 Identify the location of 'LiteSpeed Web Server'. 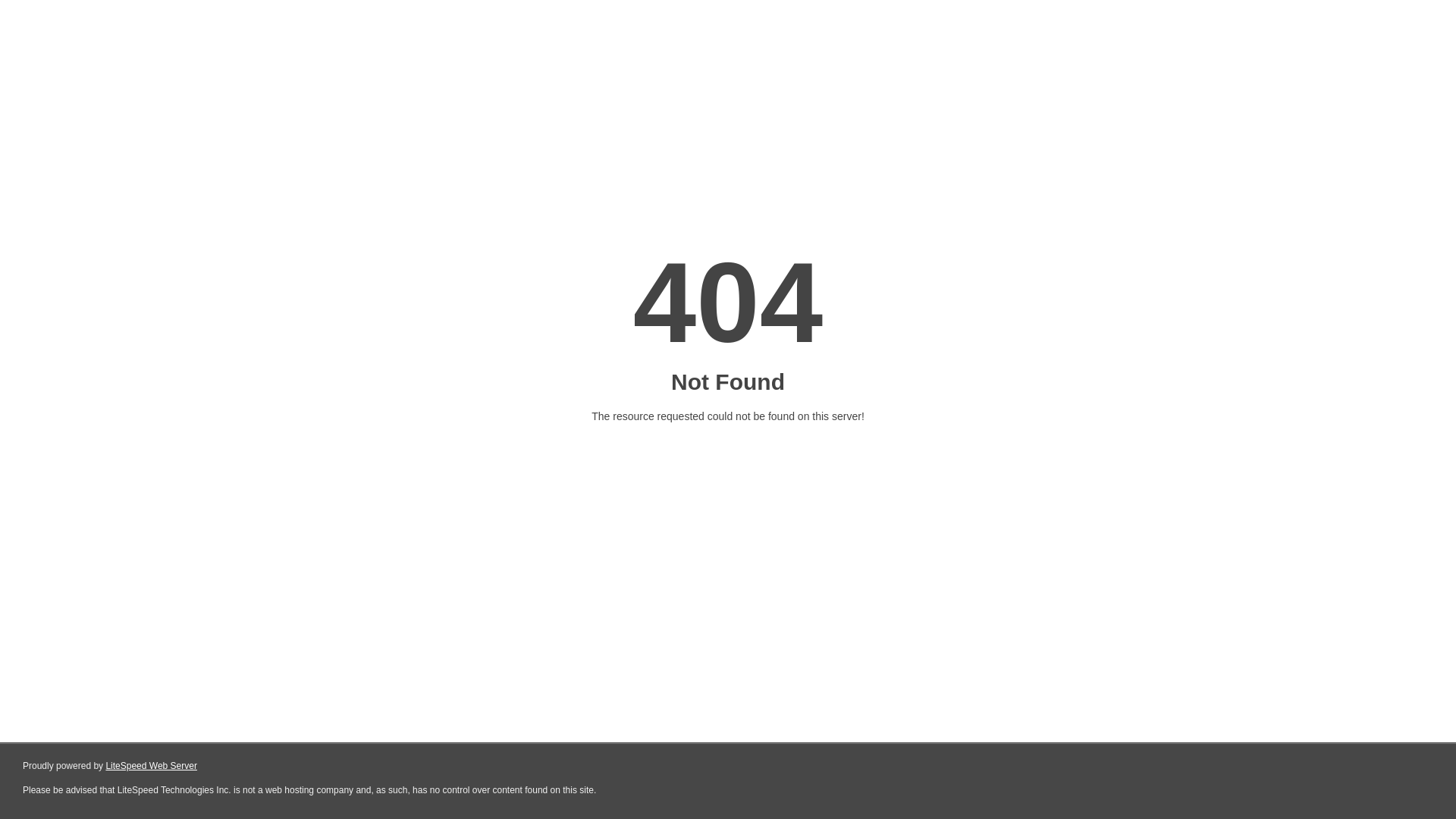
(151, 766).